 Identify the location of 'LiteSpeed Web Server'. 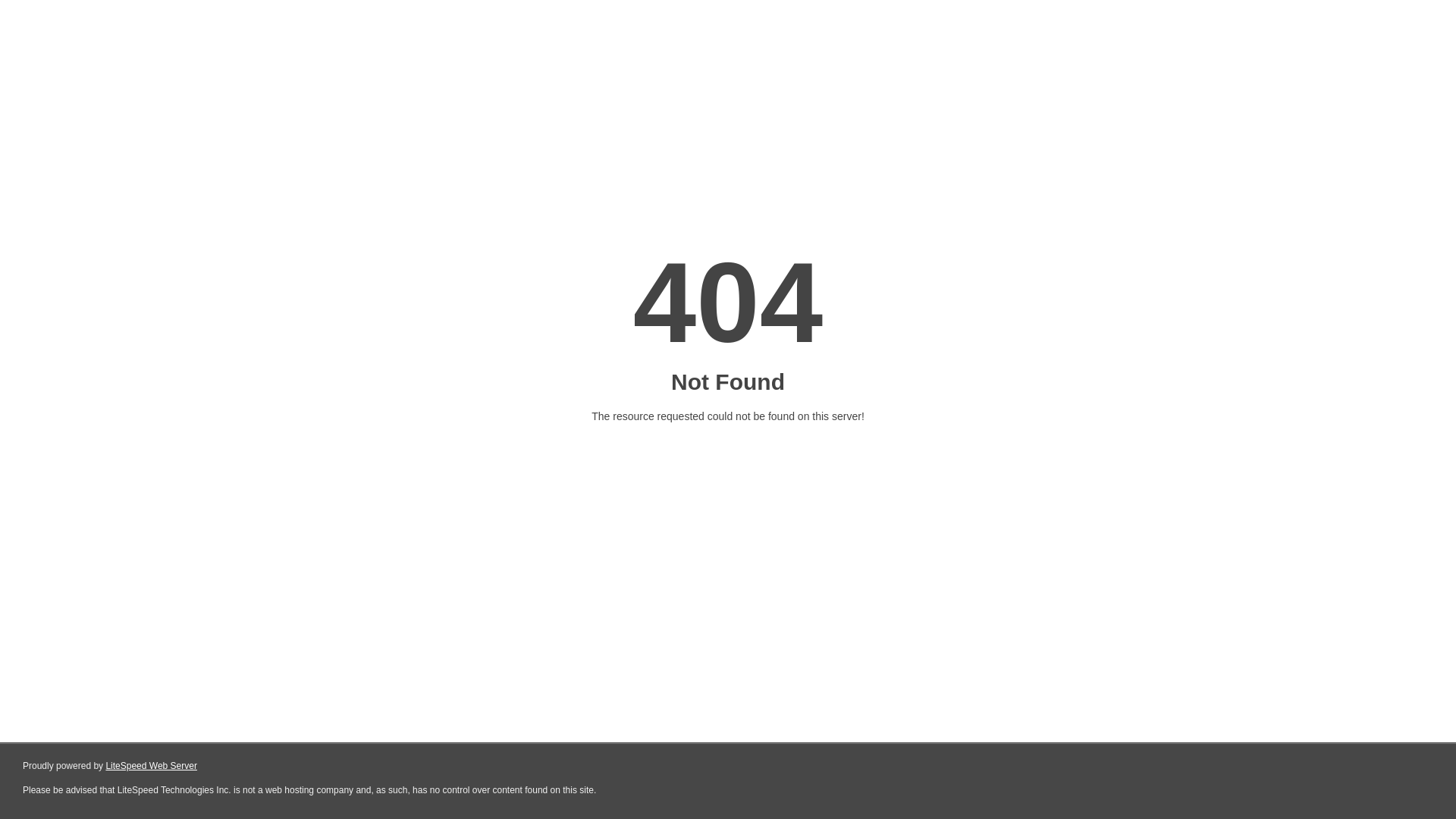
(151, 766).